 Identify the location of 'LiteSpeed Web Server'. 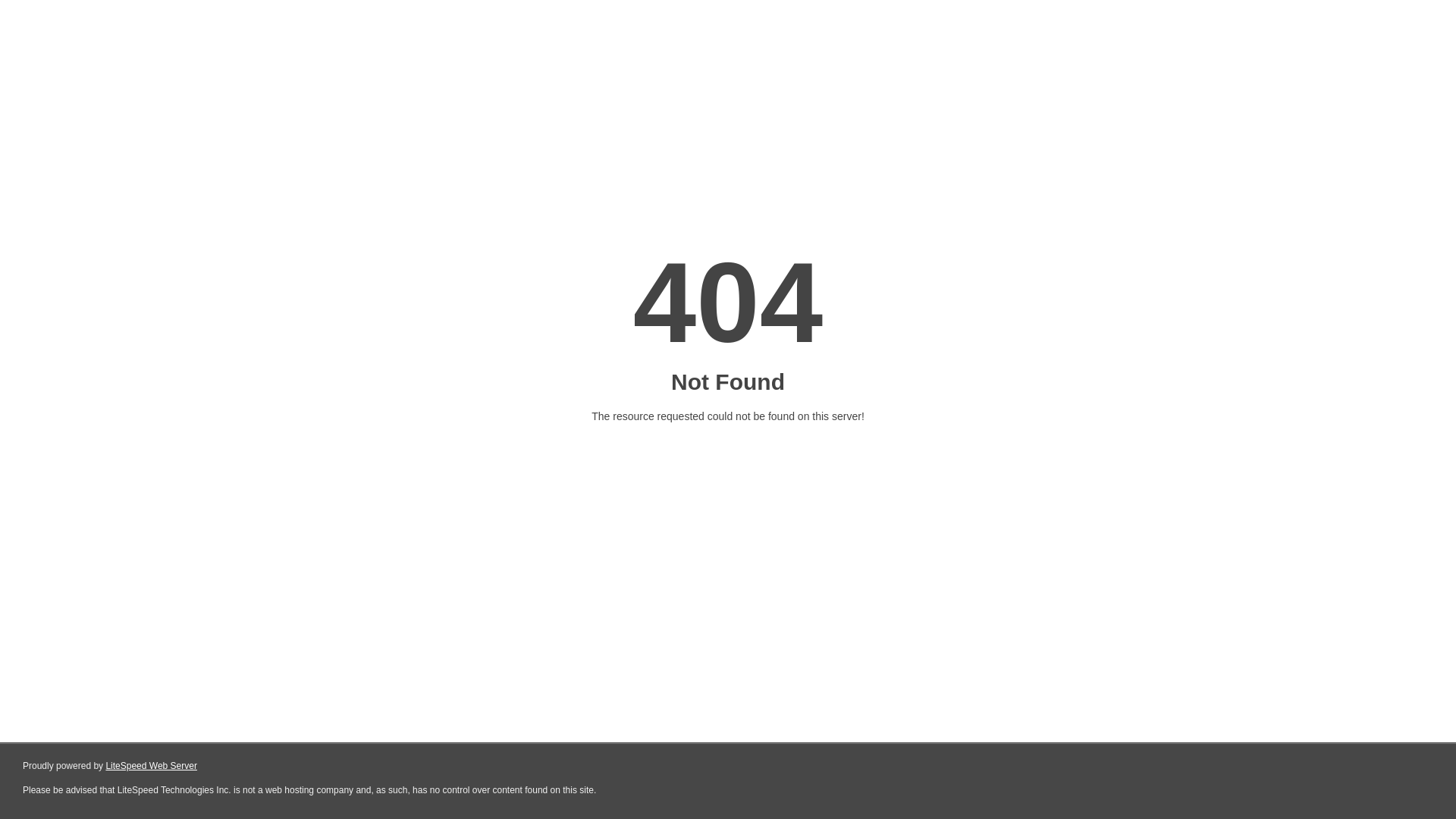
(151, 766).